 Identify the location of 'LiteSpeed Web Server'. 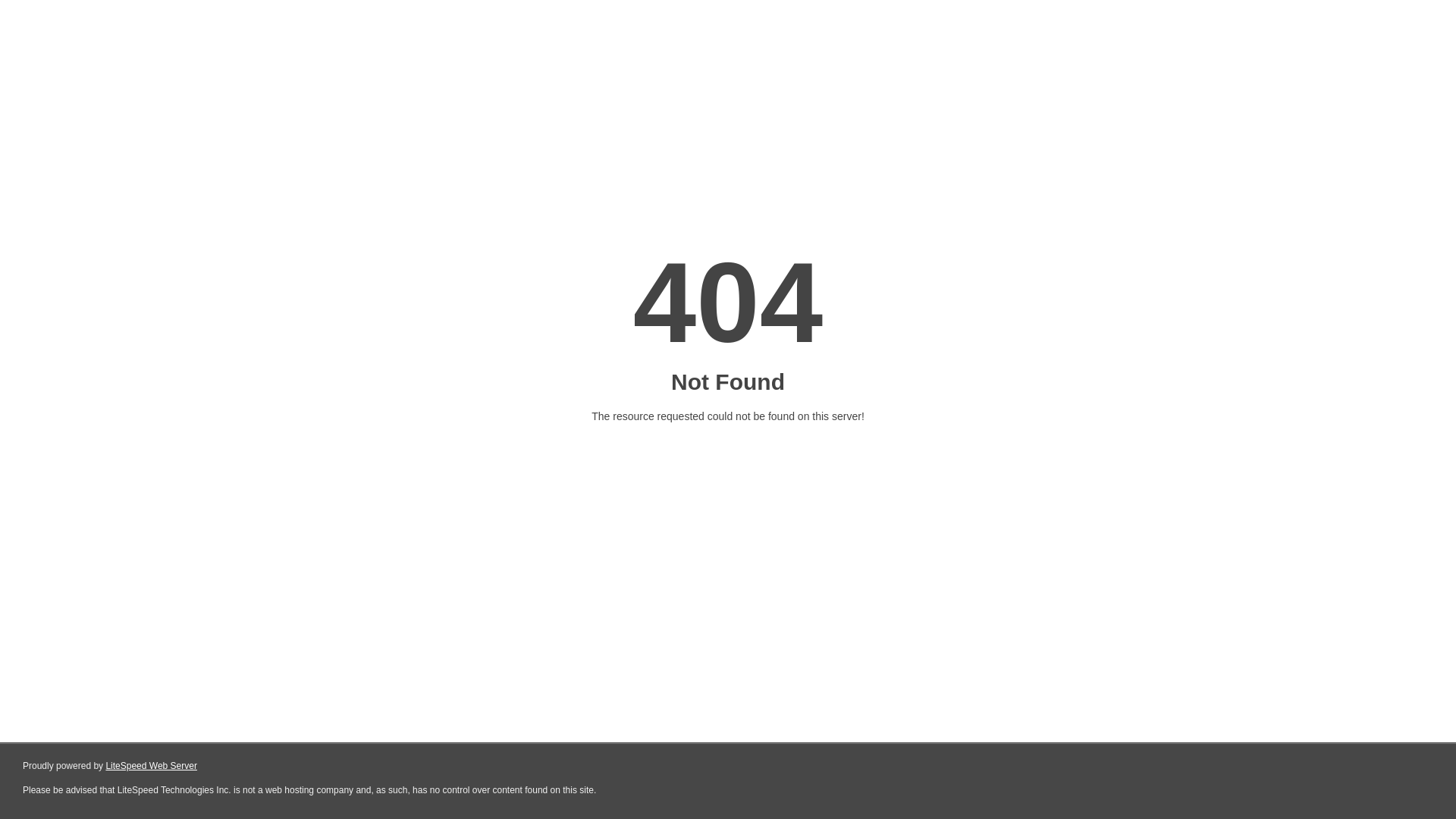
(151, 766).